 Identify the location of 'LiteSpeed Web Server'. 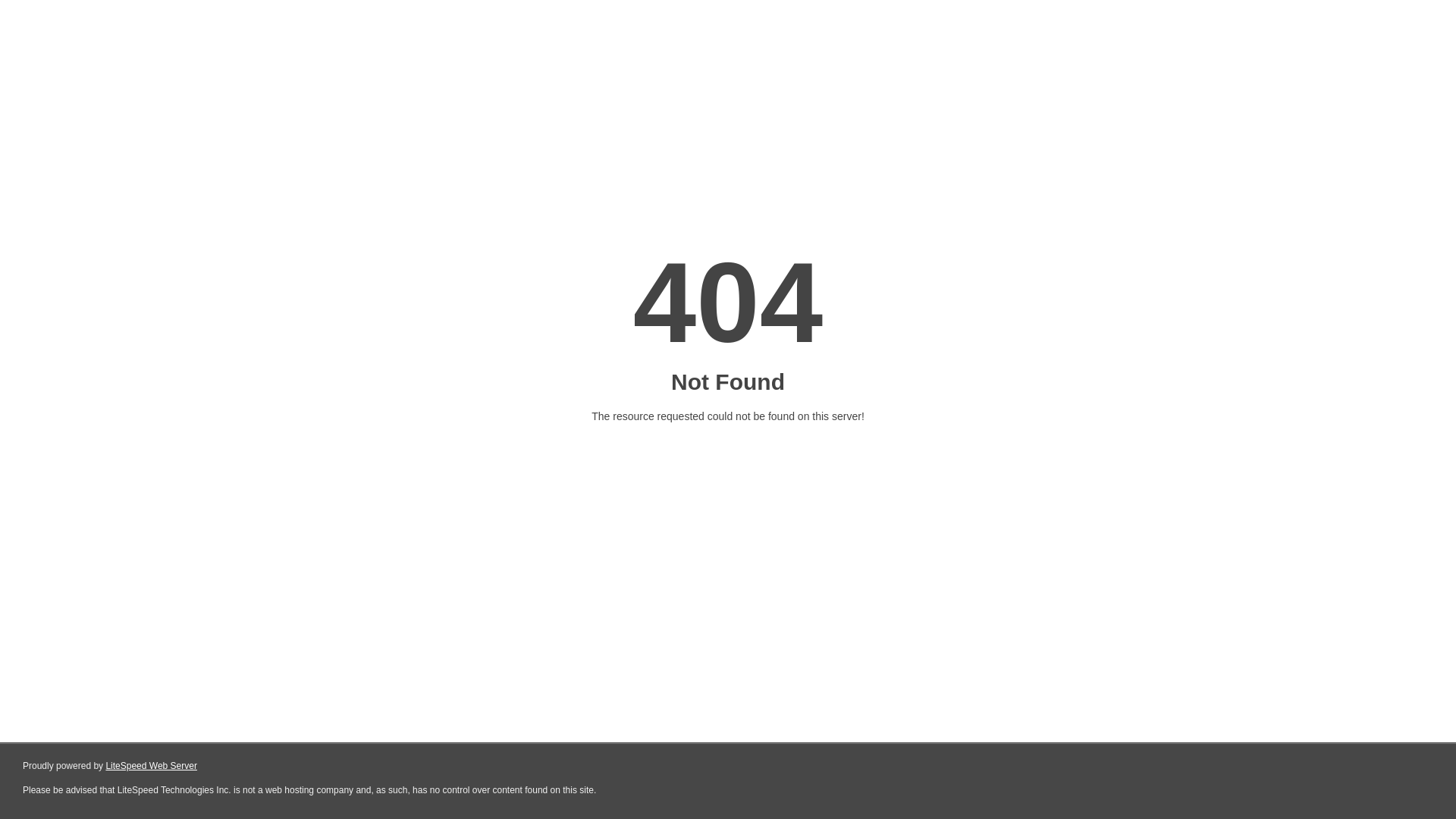
(151, 766).